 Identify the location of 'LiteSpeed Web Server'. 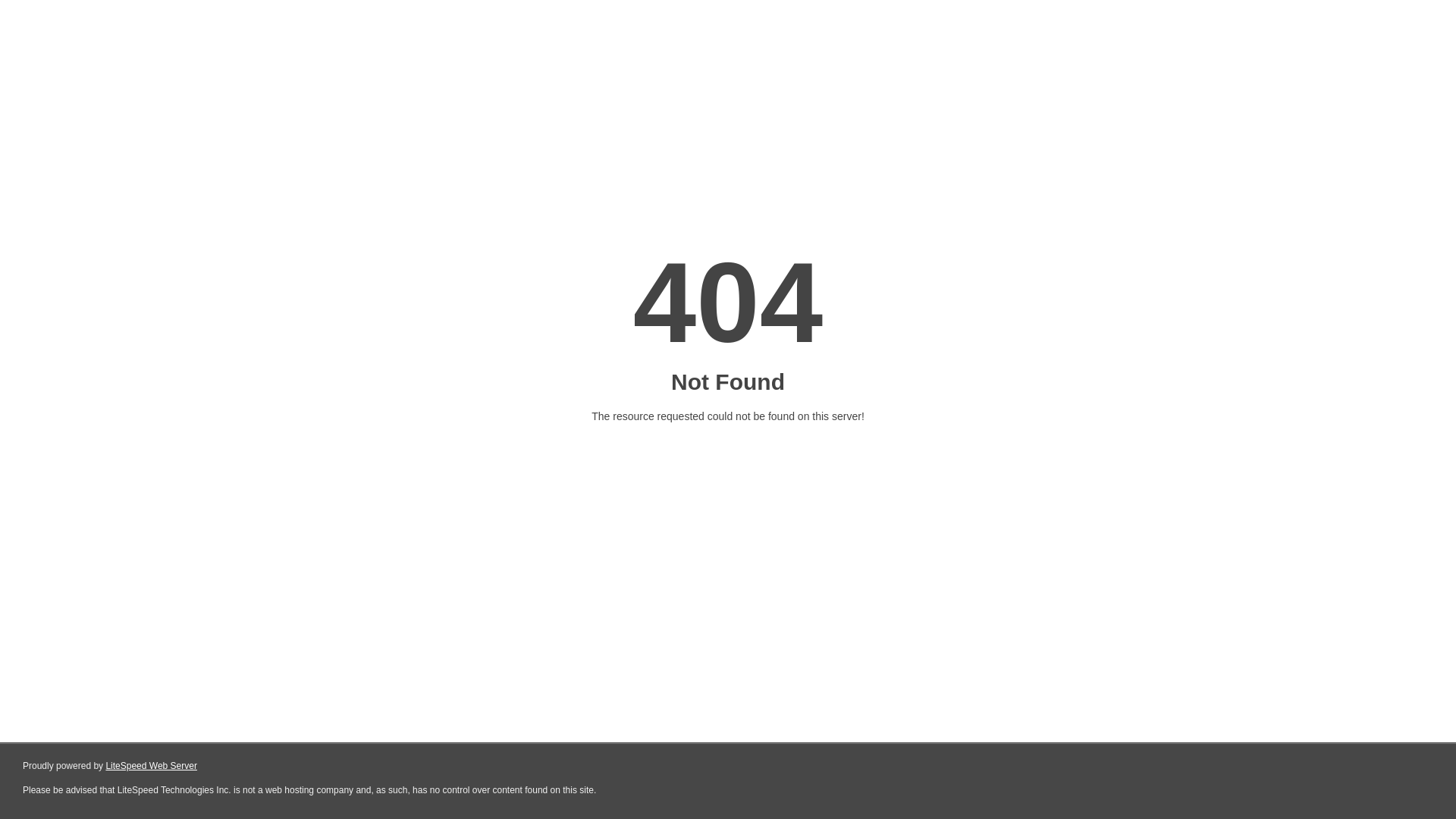
(151, 766).